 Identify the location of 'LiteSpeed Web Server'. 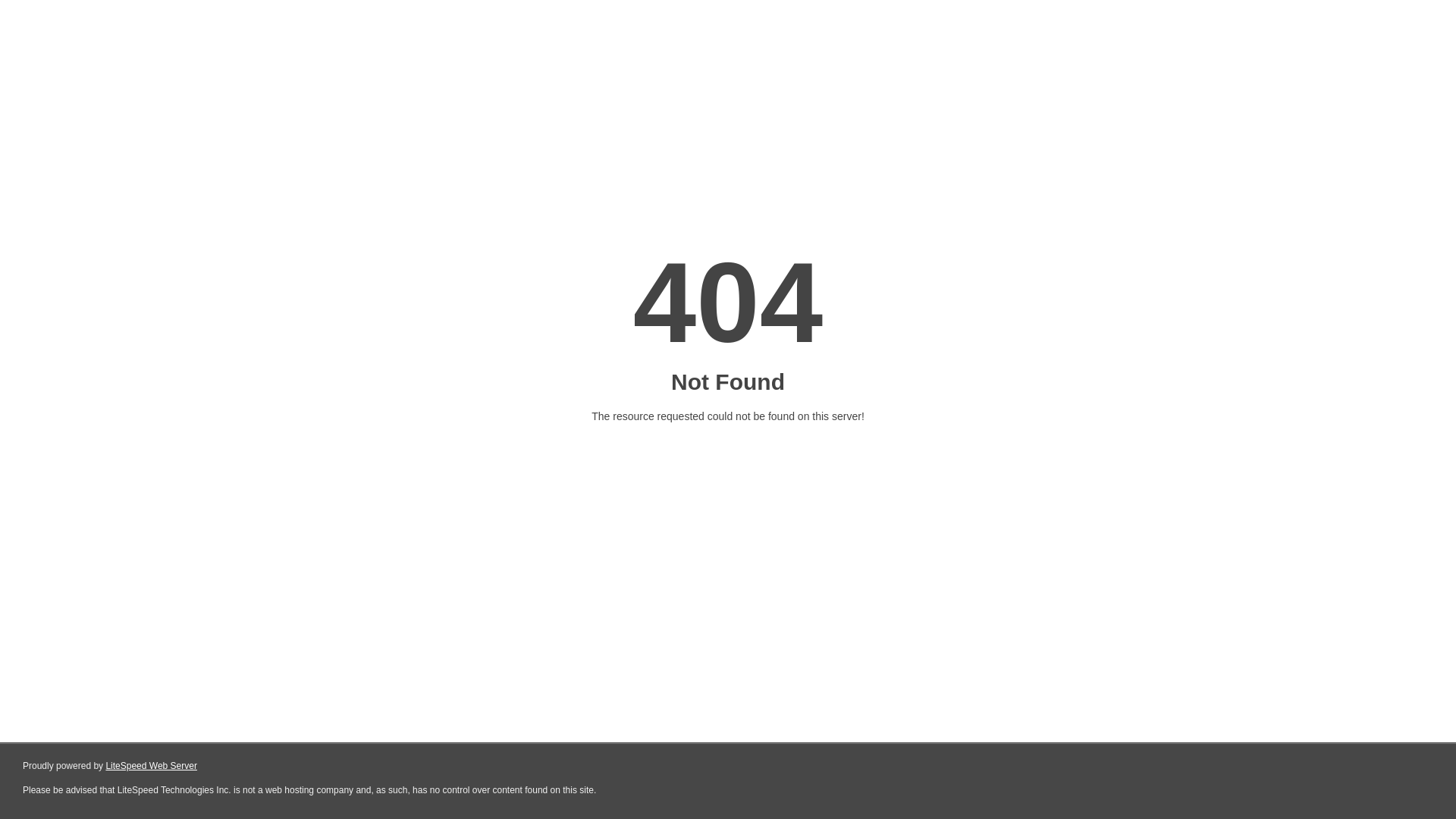
(151, 766).